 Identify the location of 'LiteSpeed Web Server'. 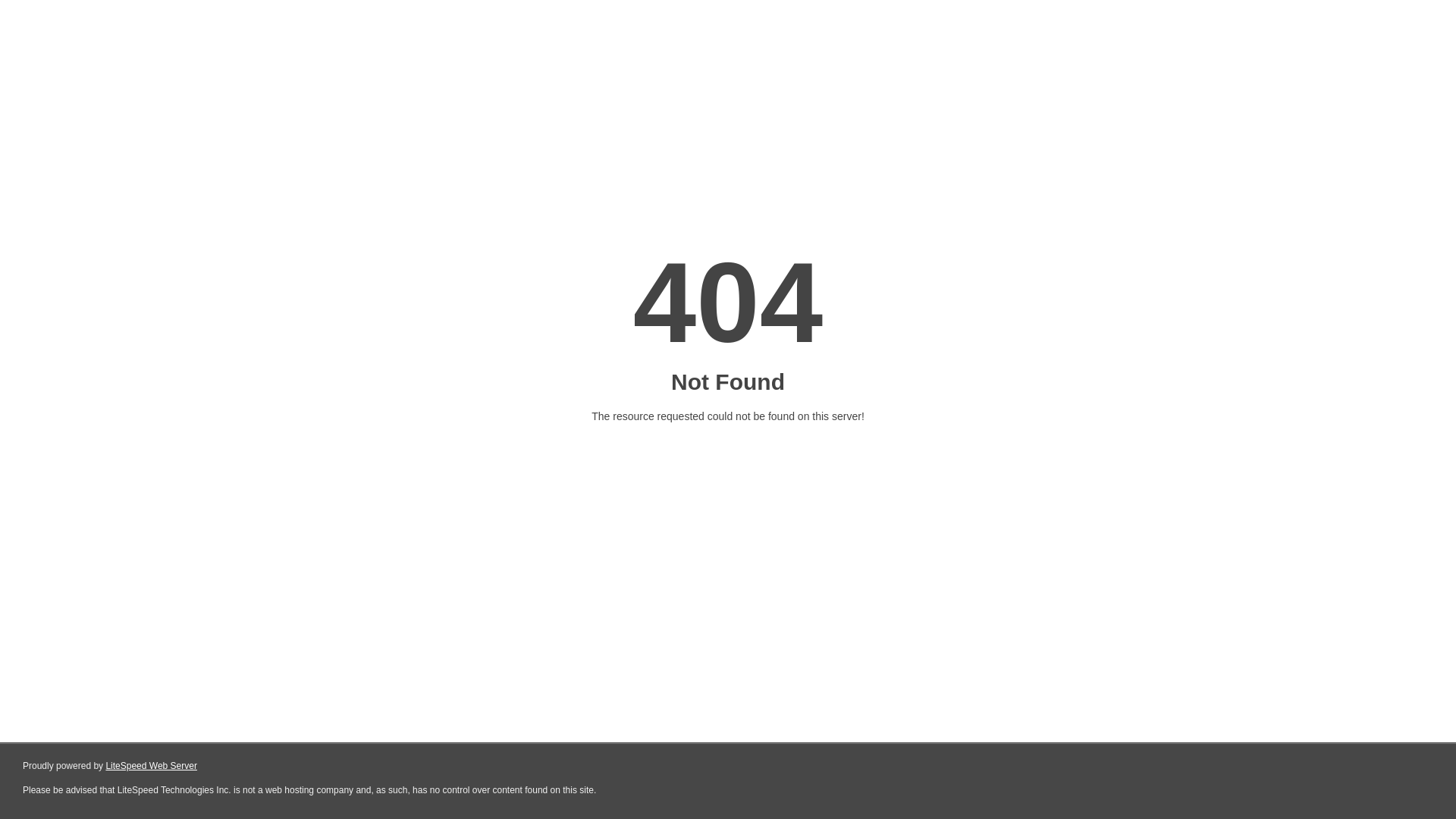
(151, 766).